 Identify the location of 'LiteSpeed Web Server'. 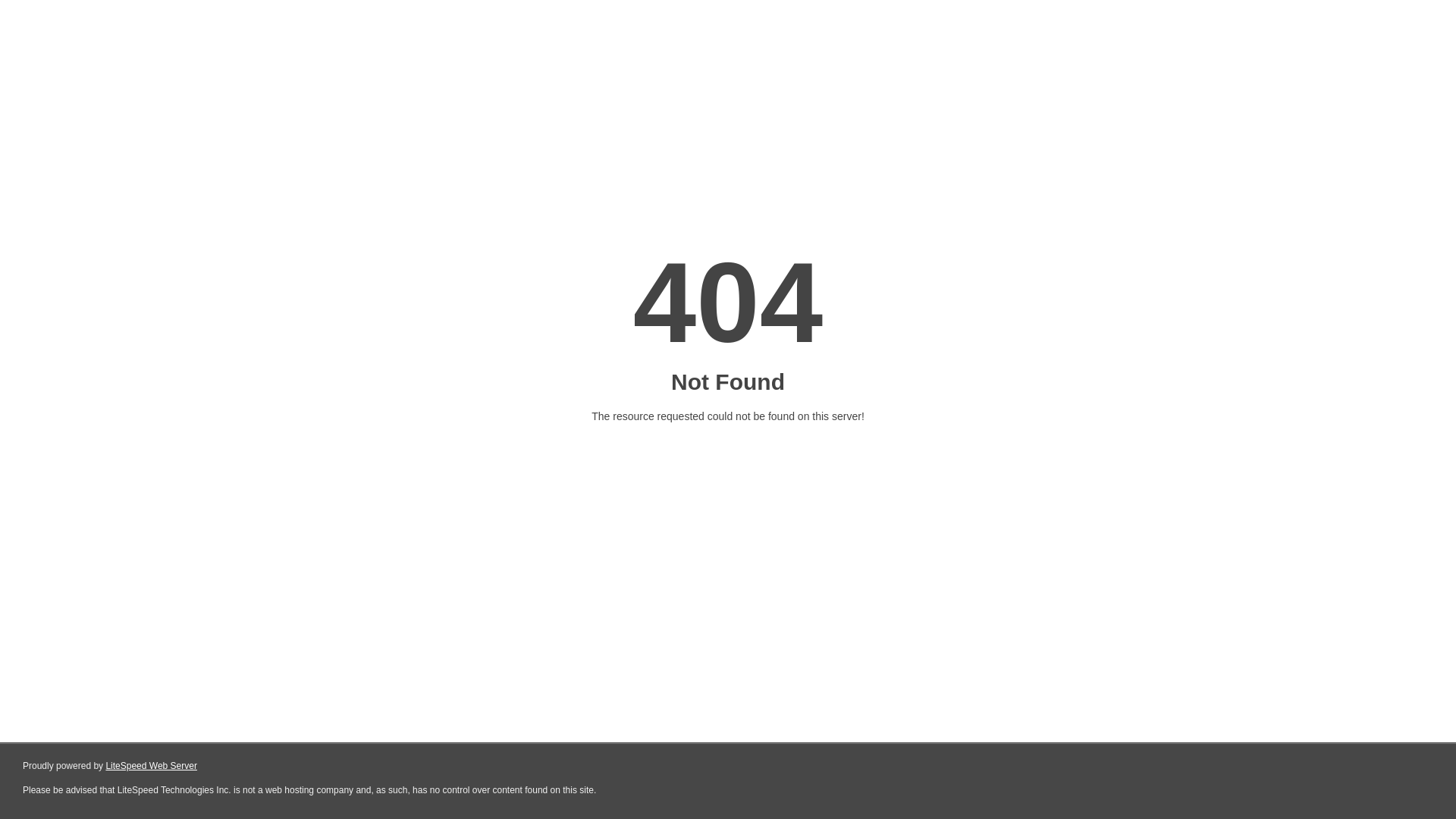
(151, 766).